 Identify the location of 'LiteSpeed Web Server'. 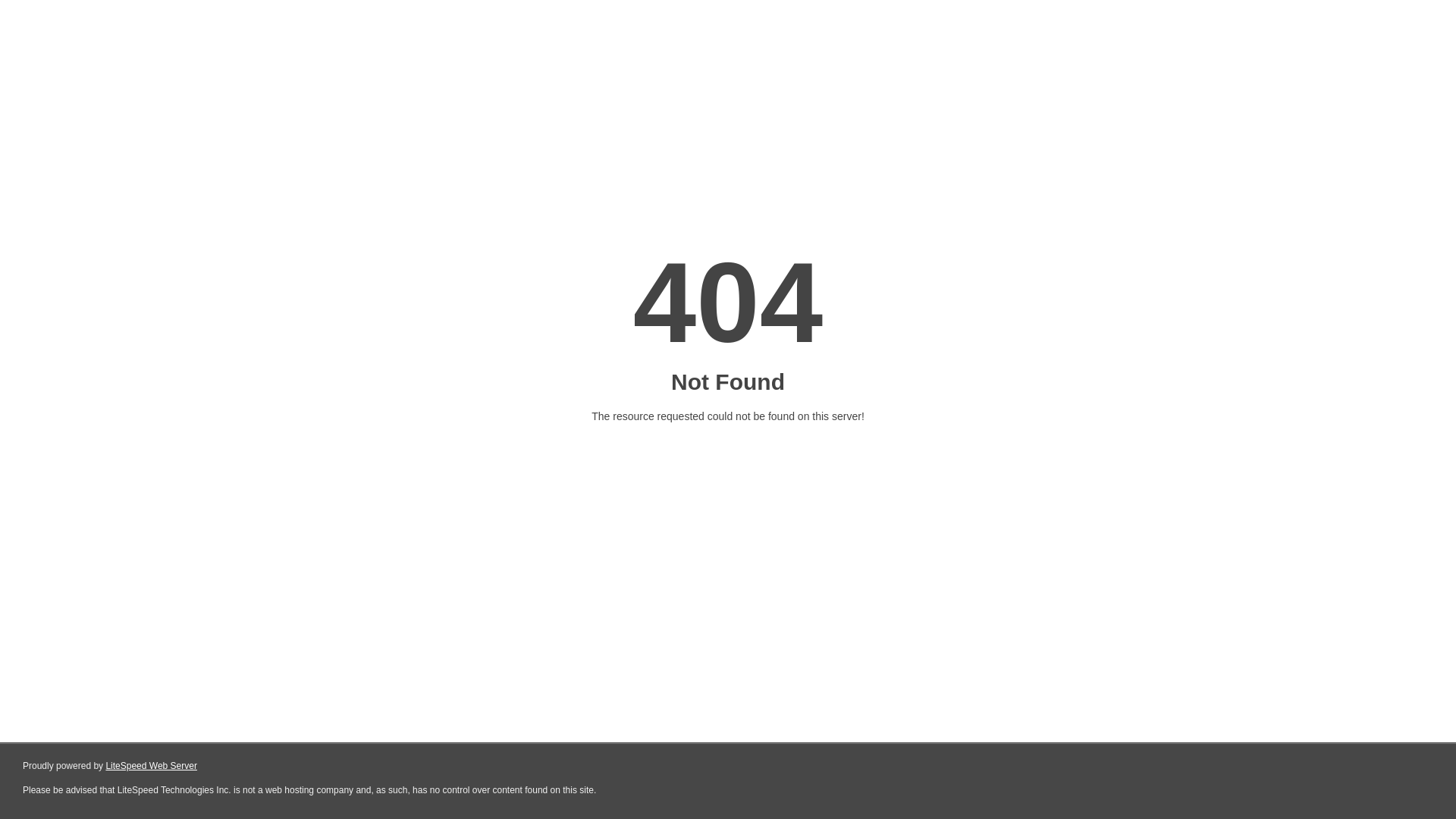
(151, 766).